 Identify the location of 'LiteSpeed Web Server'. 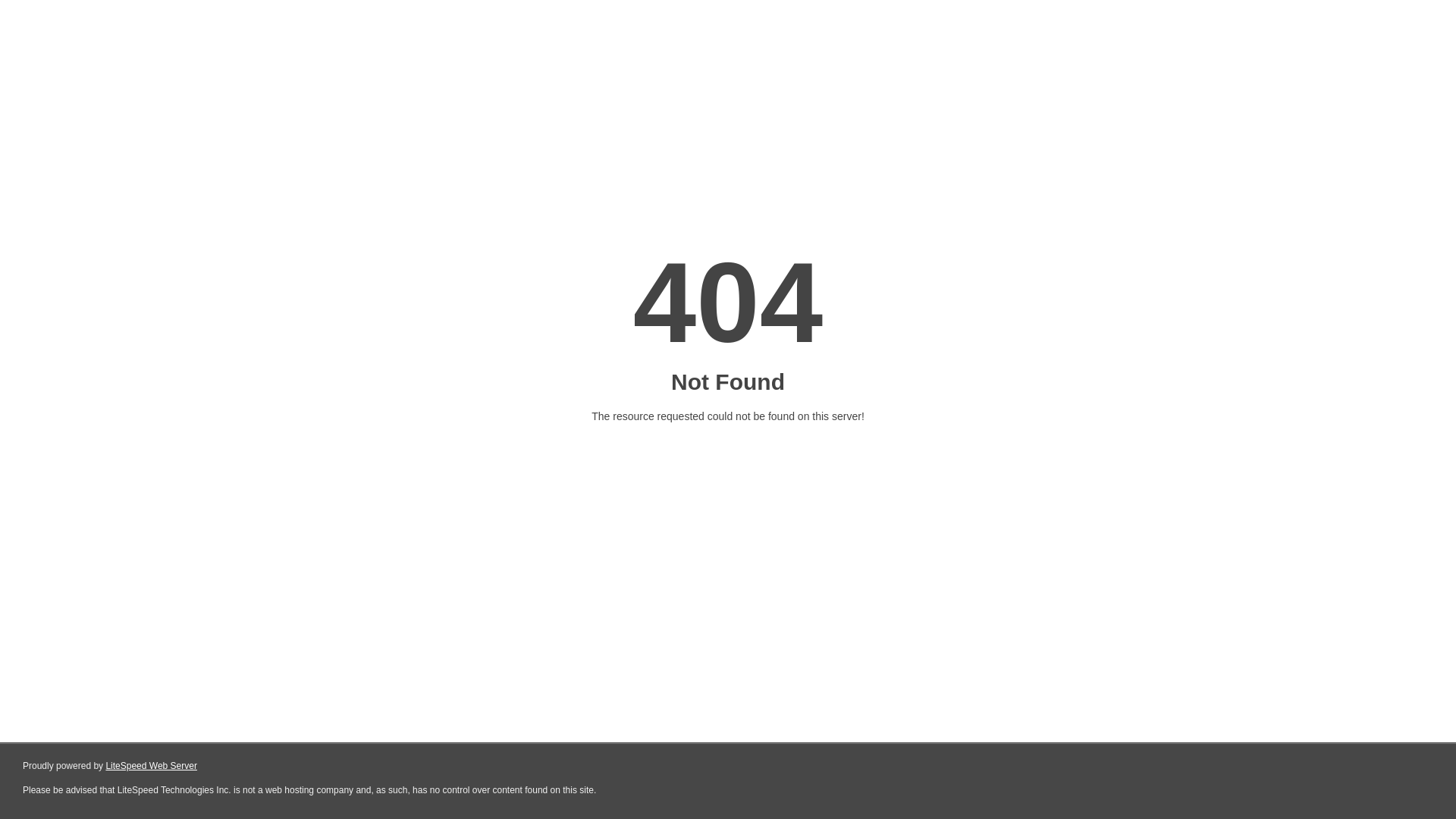
(151, 766).